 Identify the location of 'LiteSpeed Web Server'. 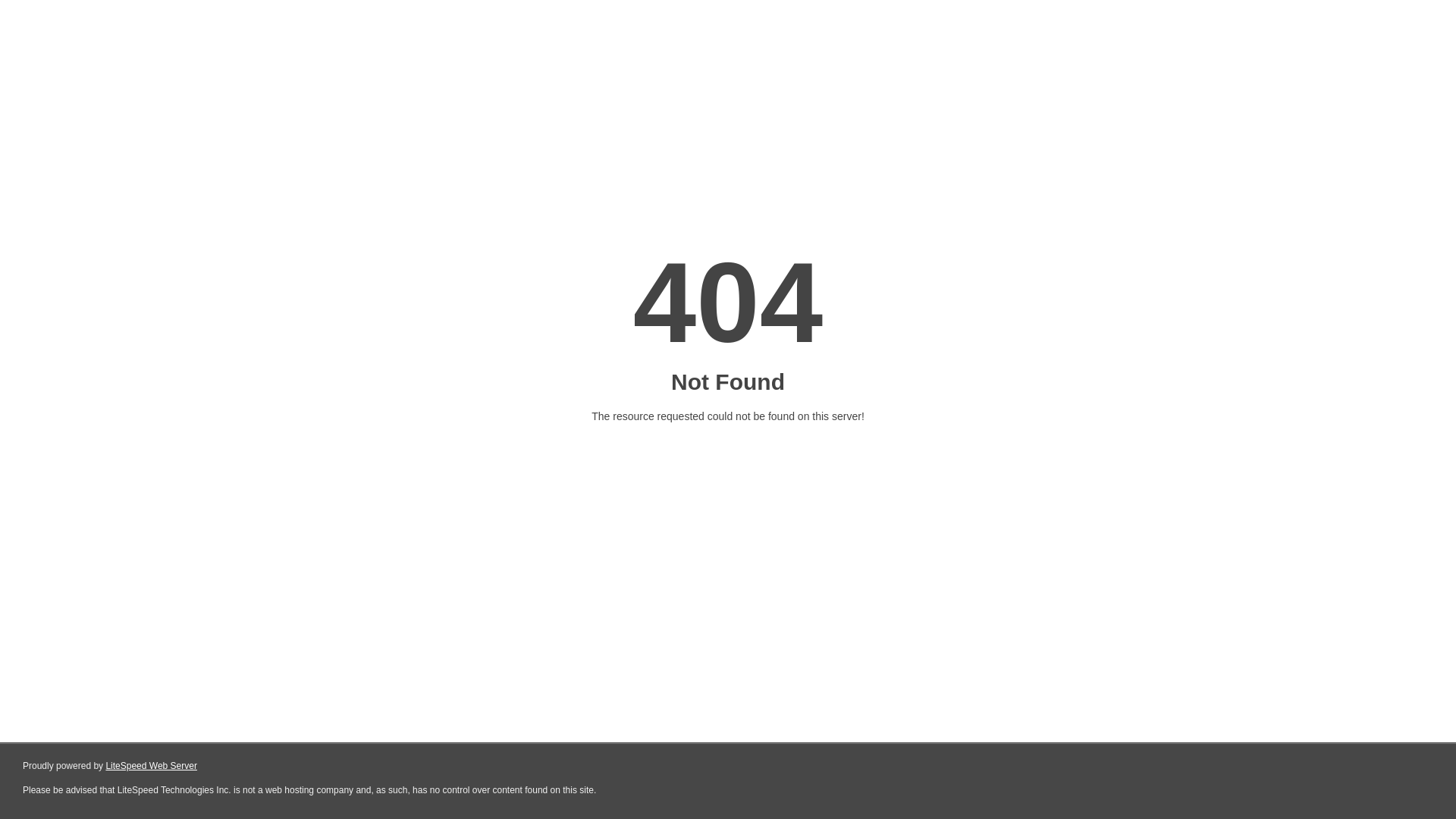
(151, 766).